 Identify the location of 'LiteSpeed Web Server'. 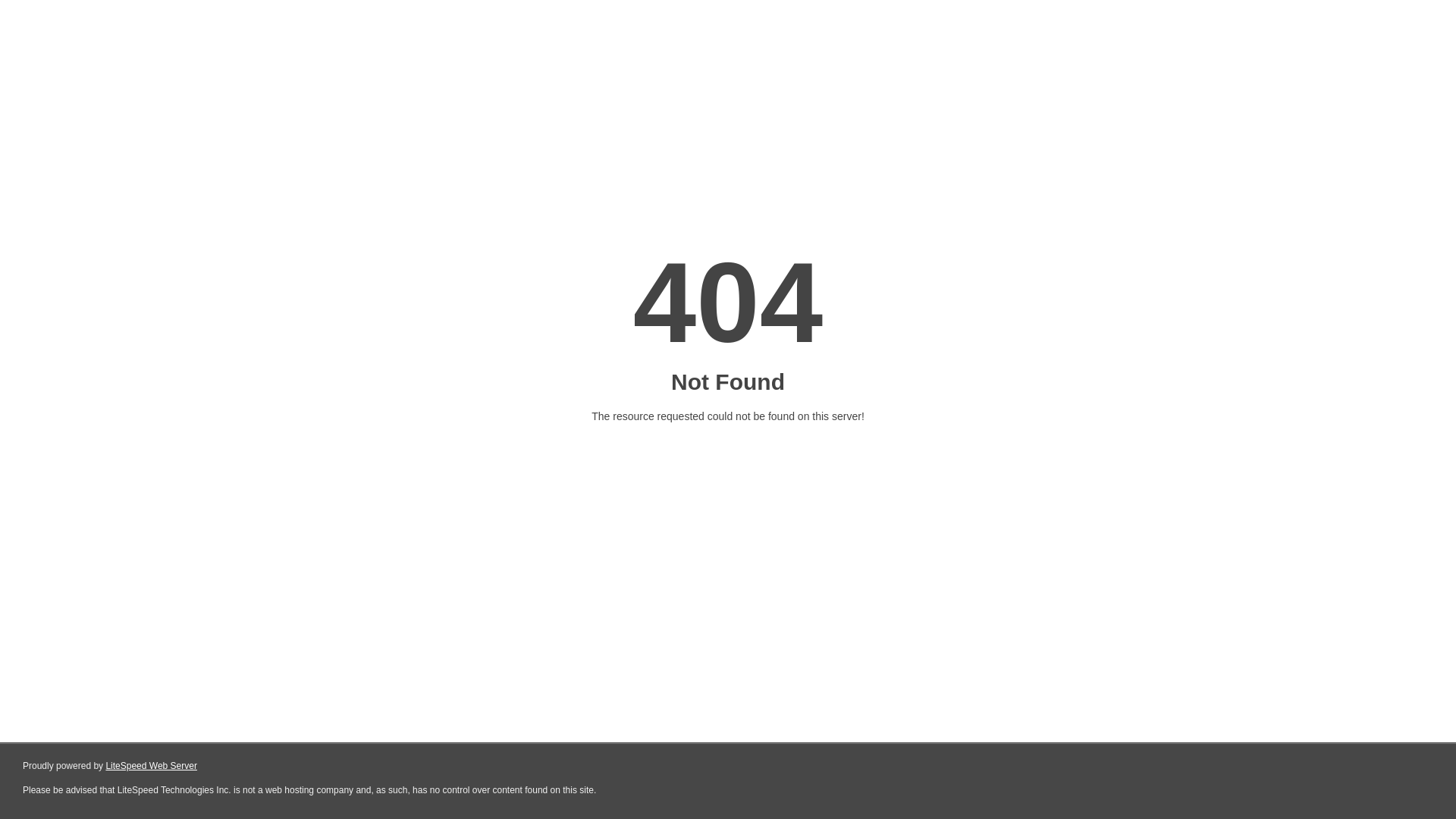
(151, 766).